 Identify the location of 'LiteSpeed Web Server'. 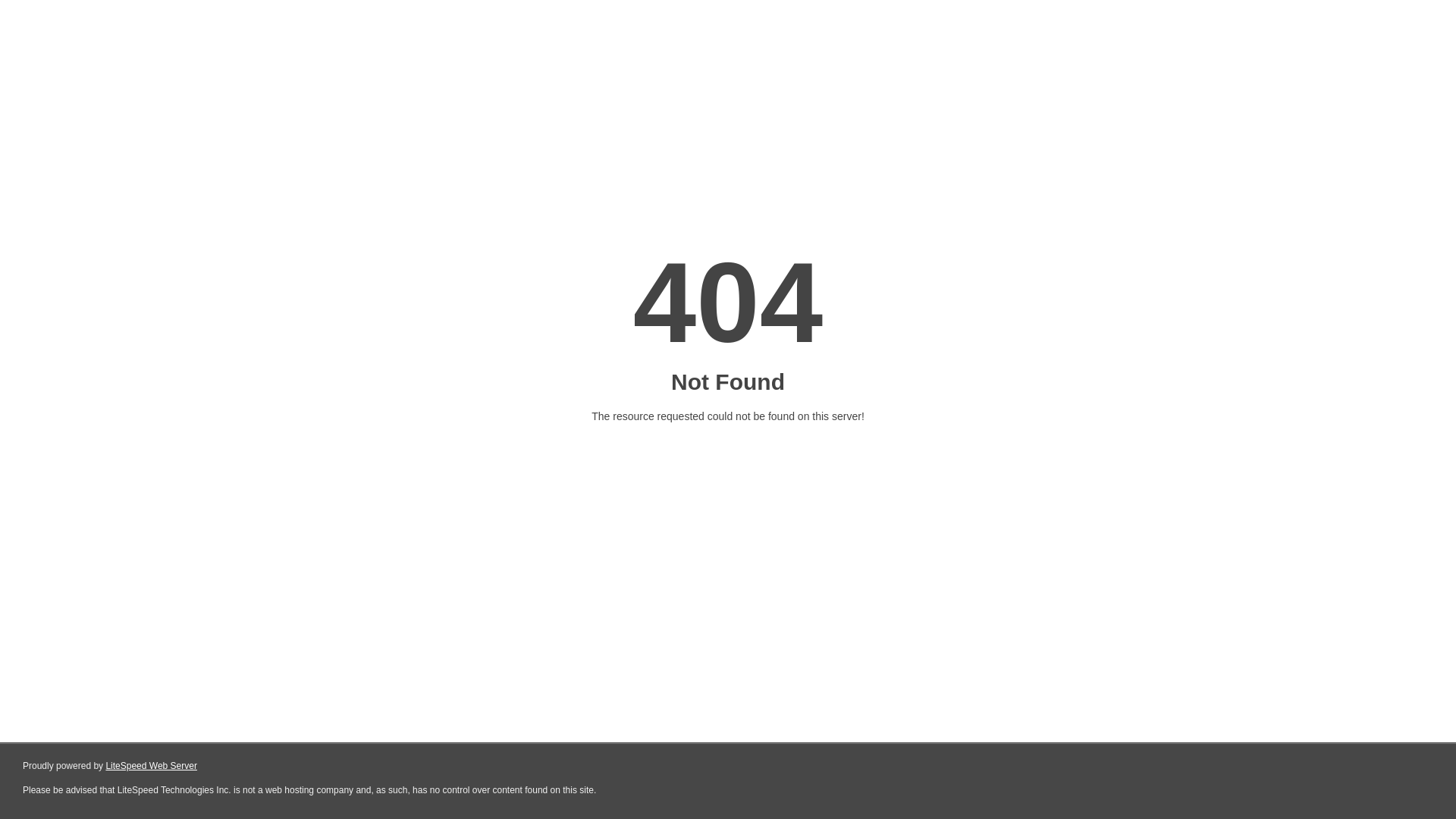
(151, 766).